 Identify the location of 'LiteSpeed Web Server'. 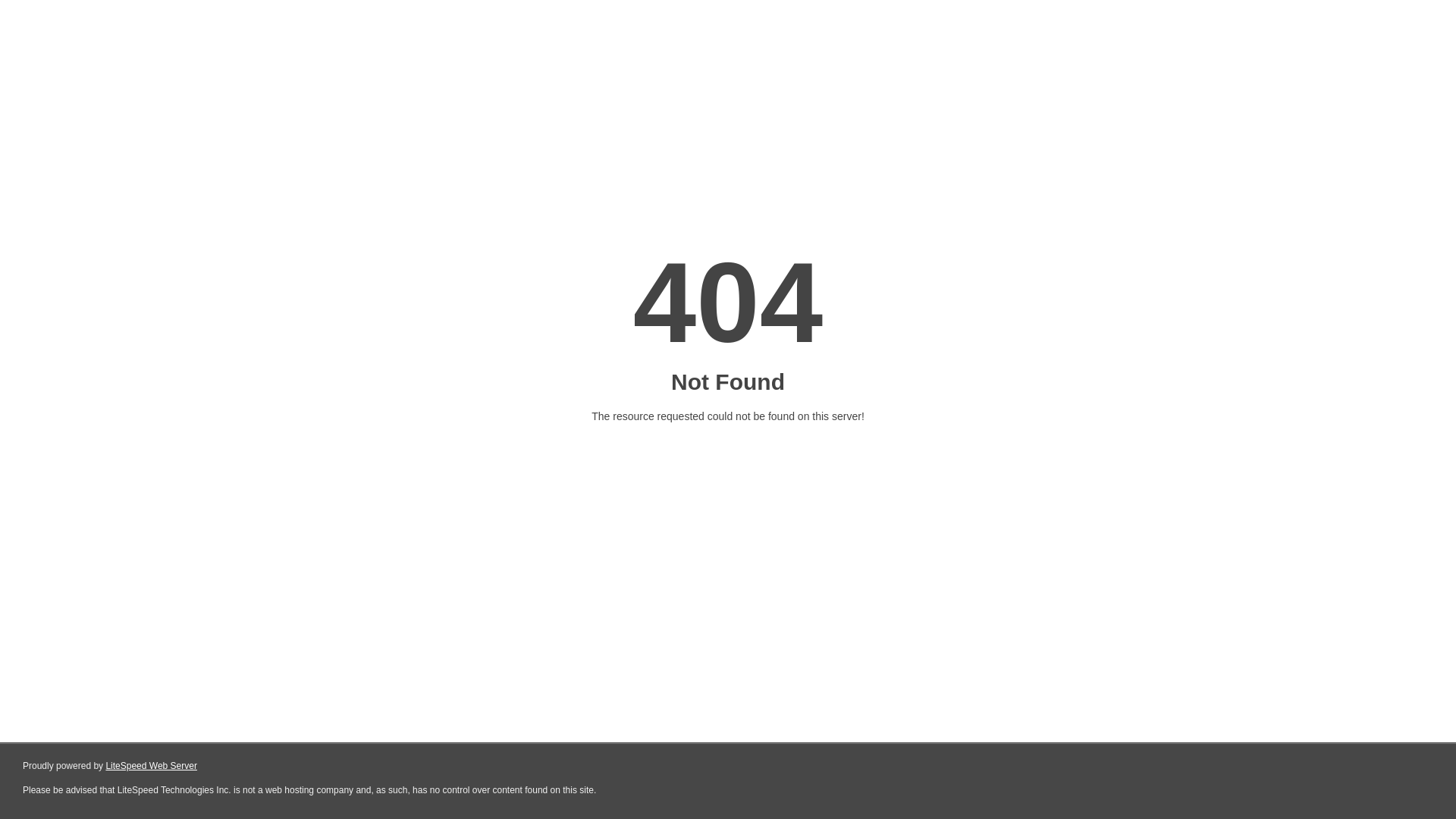
(151, 766).